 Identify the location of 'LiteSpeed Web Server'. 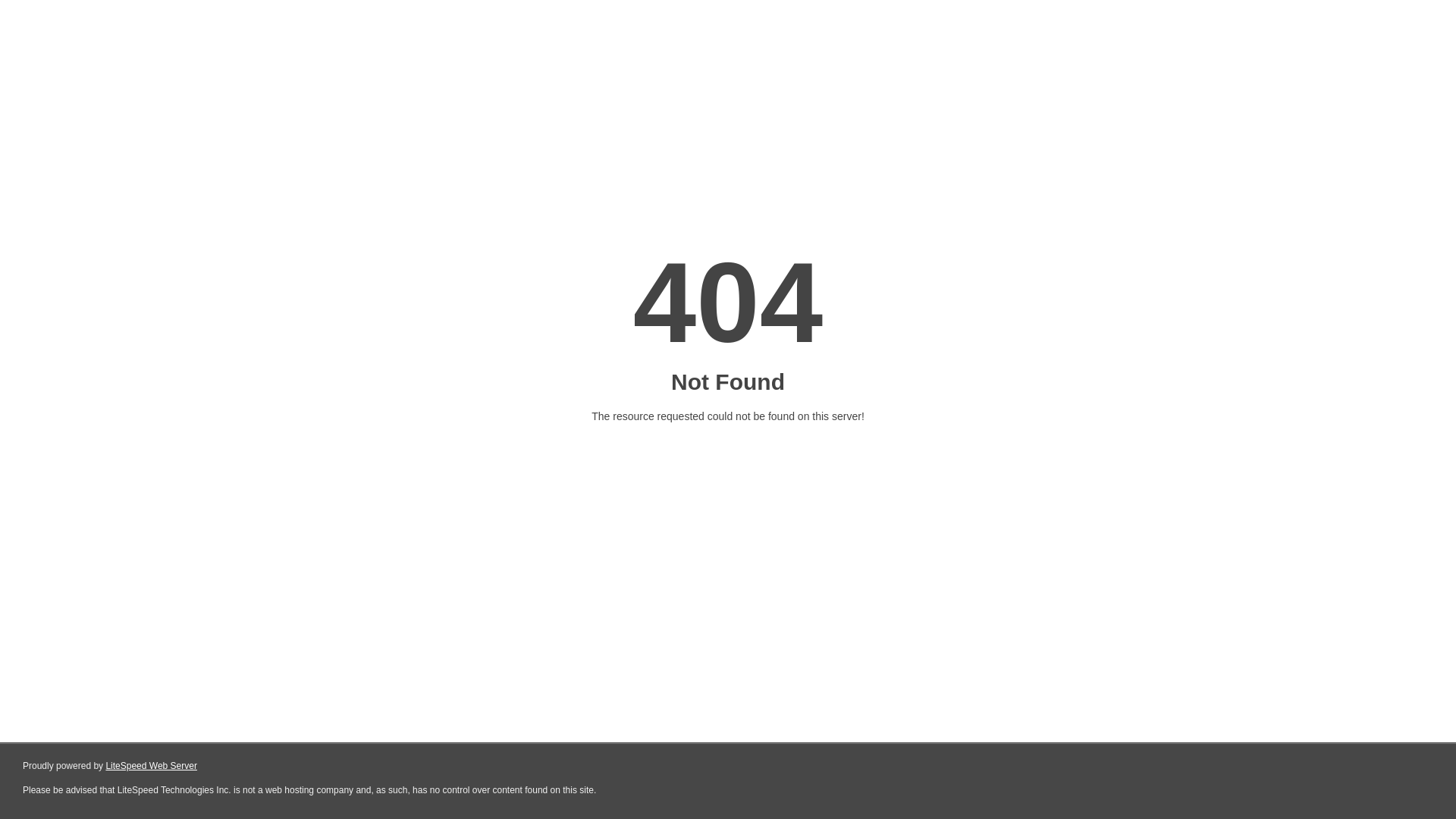
(151, 766).